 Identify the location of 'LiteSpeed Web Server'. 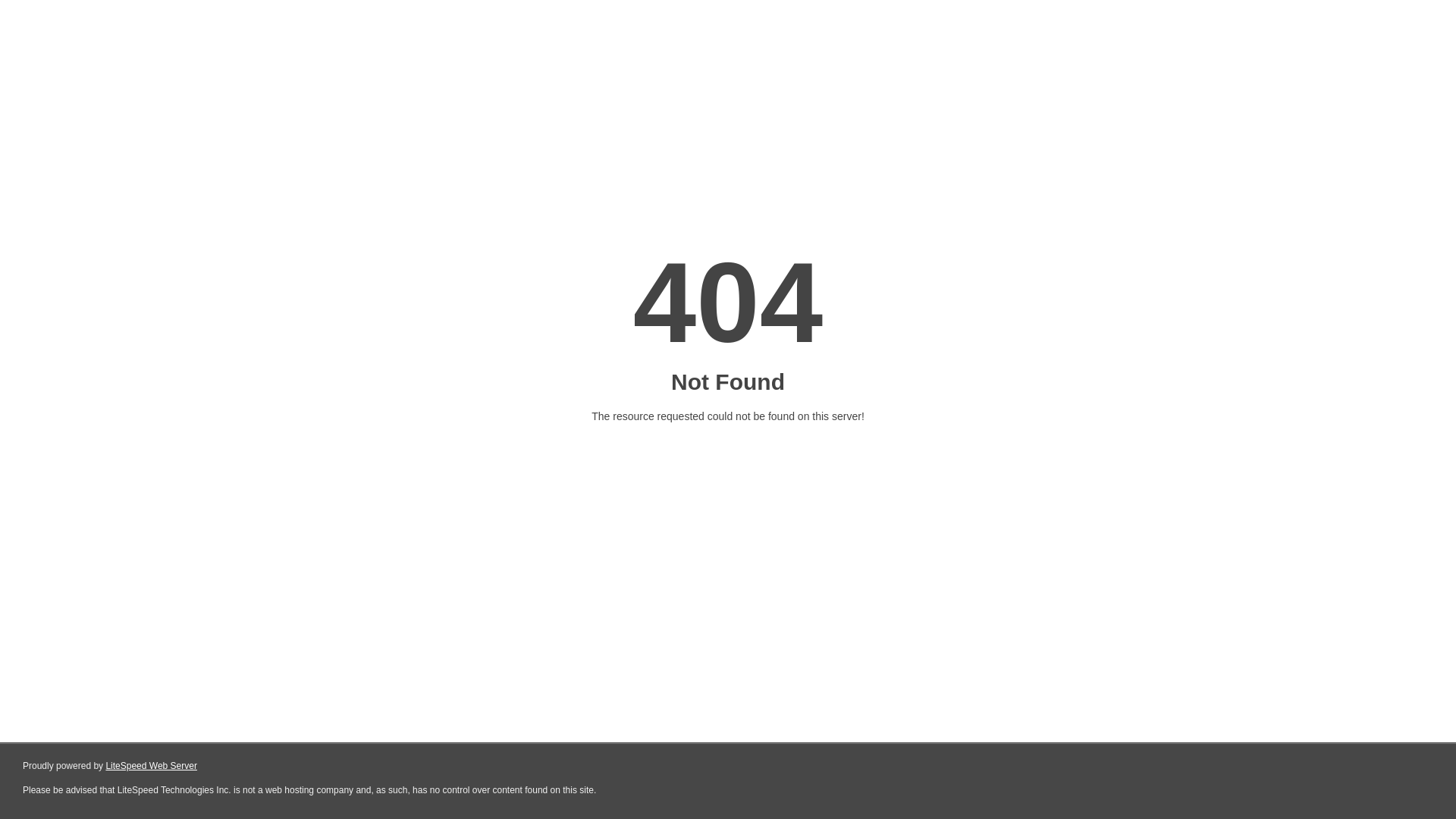
(151, 766).